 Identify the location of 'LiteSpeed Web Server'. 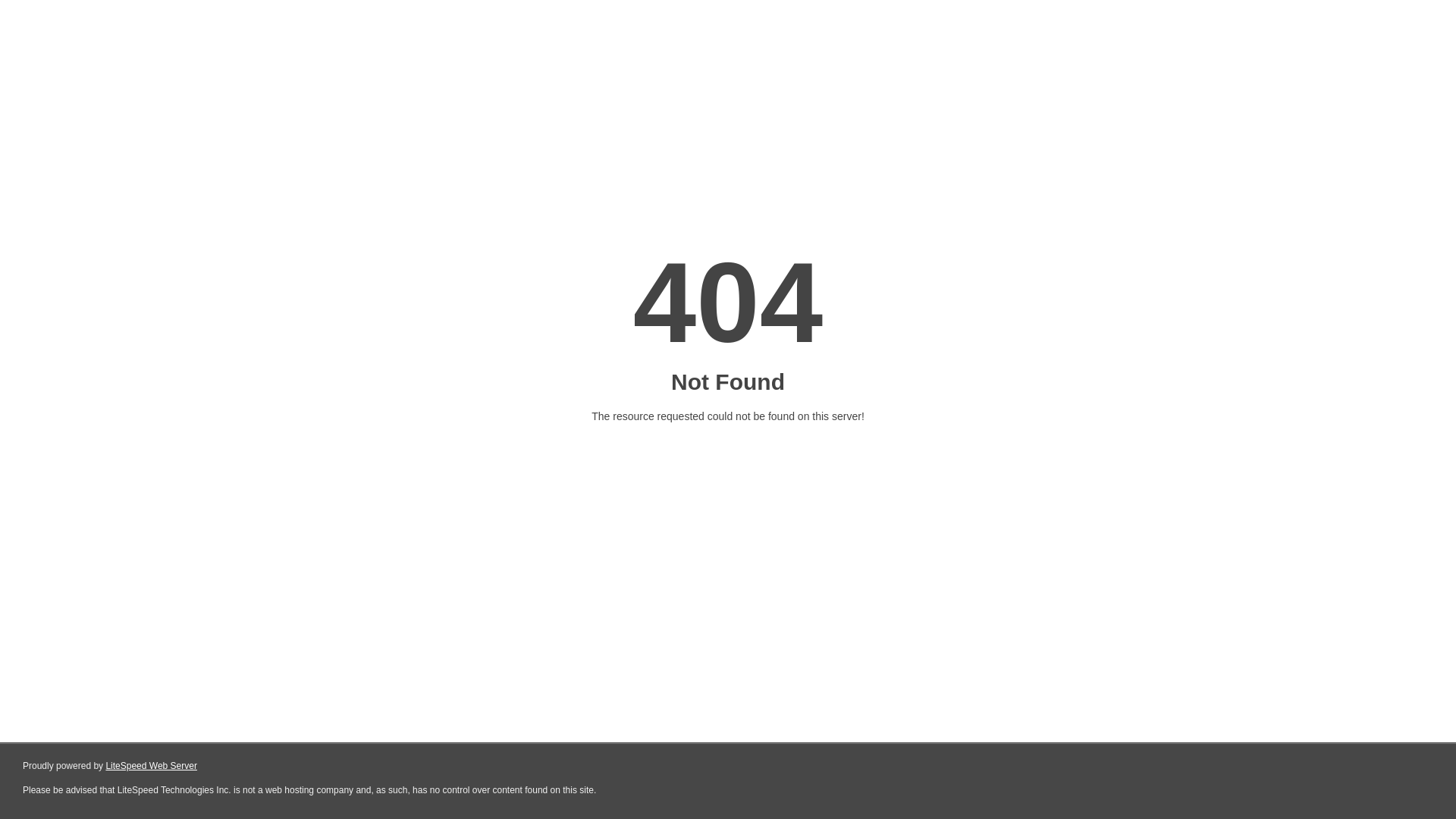
(151, 766).